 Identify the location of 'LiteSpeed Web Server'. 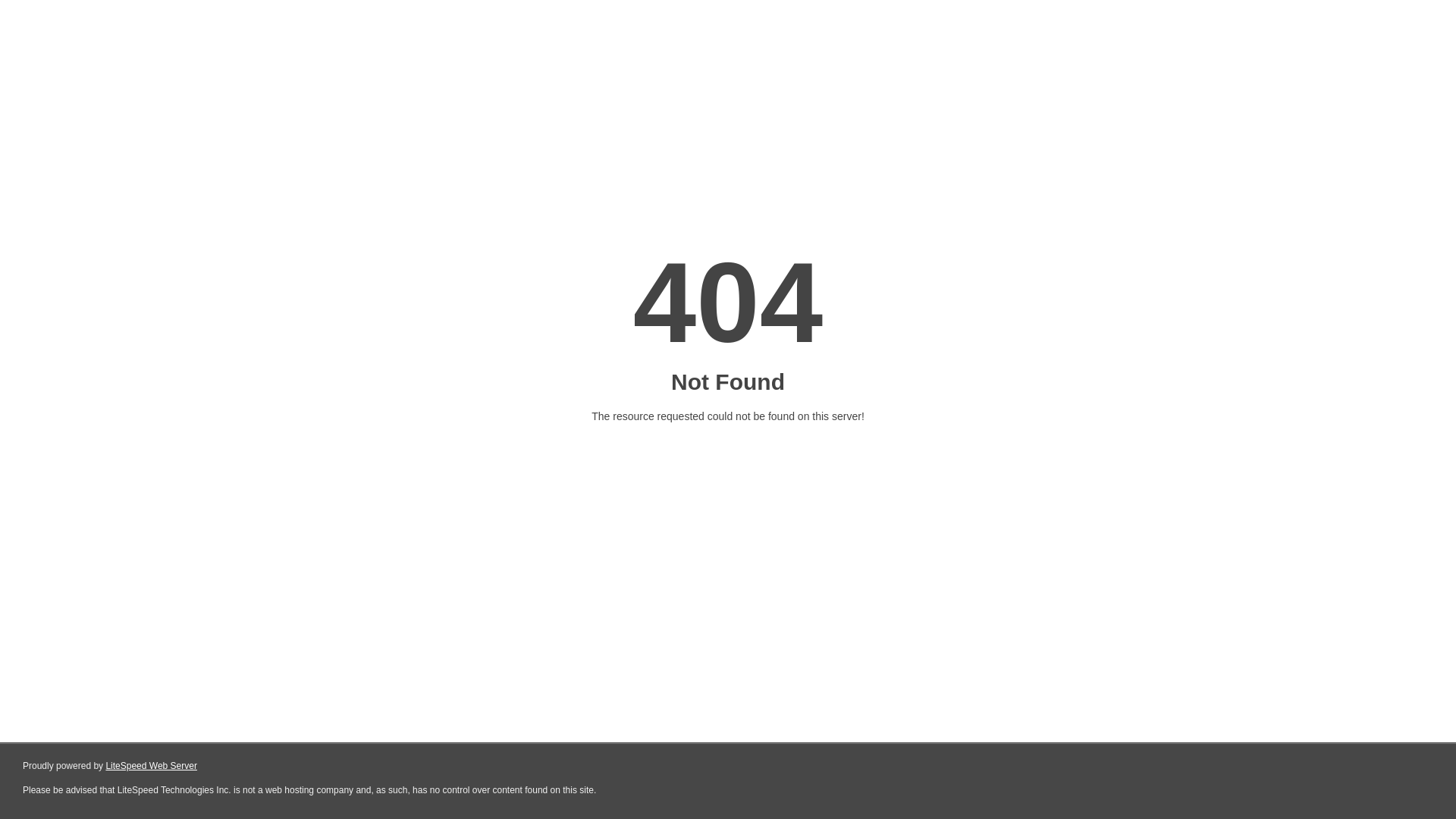
(151, 766).